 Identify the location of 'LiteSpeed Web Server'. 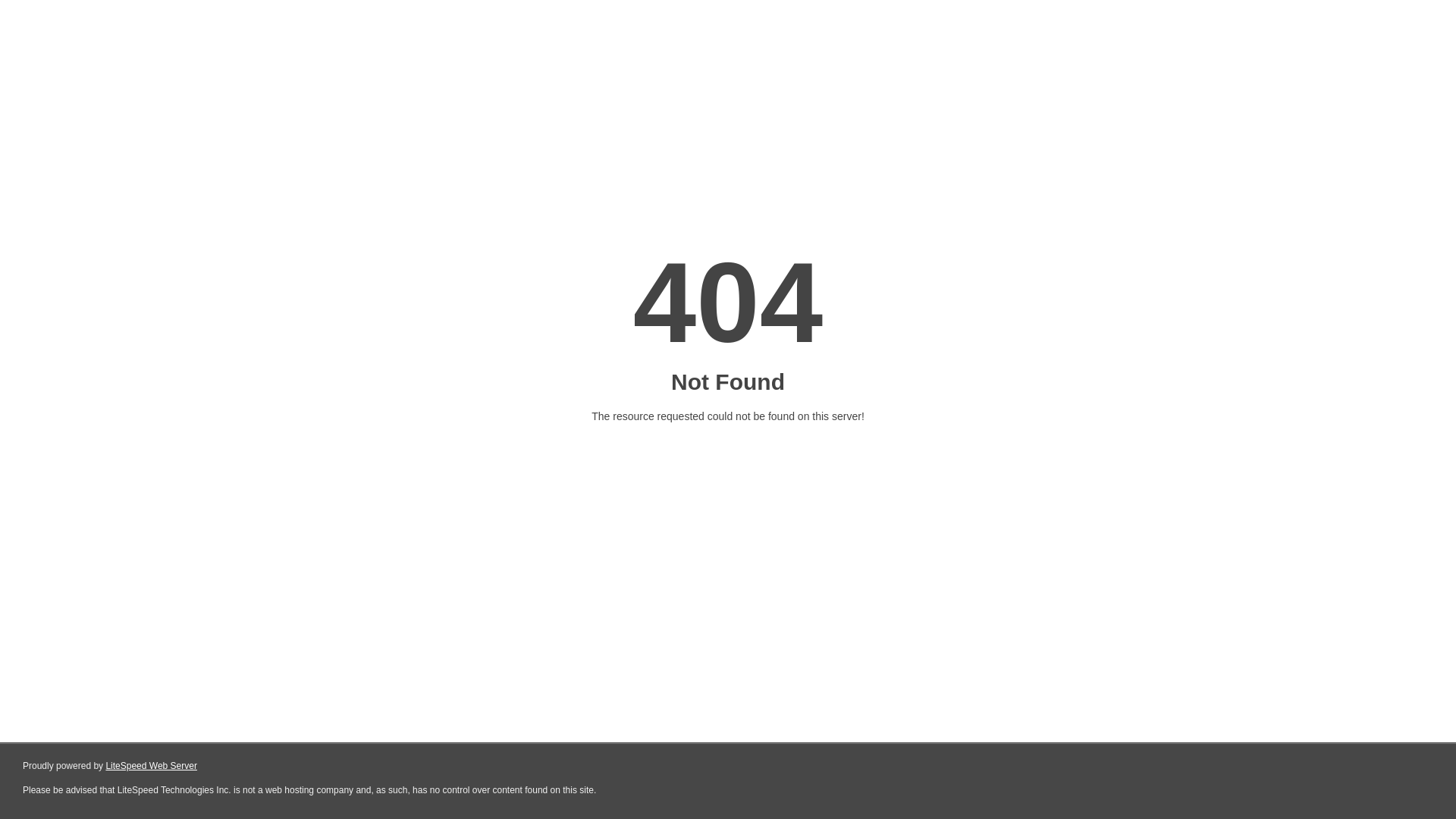
(151, 766).